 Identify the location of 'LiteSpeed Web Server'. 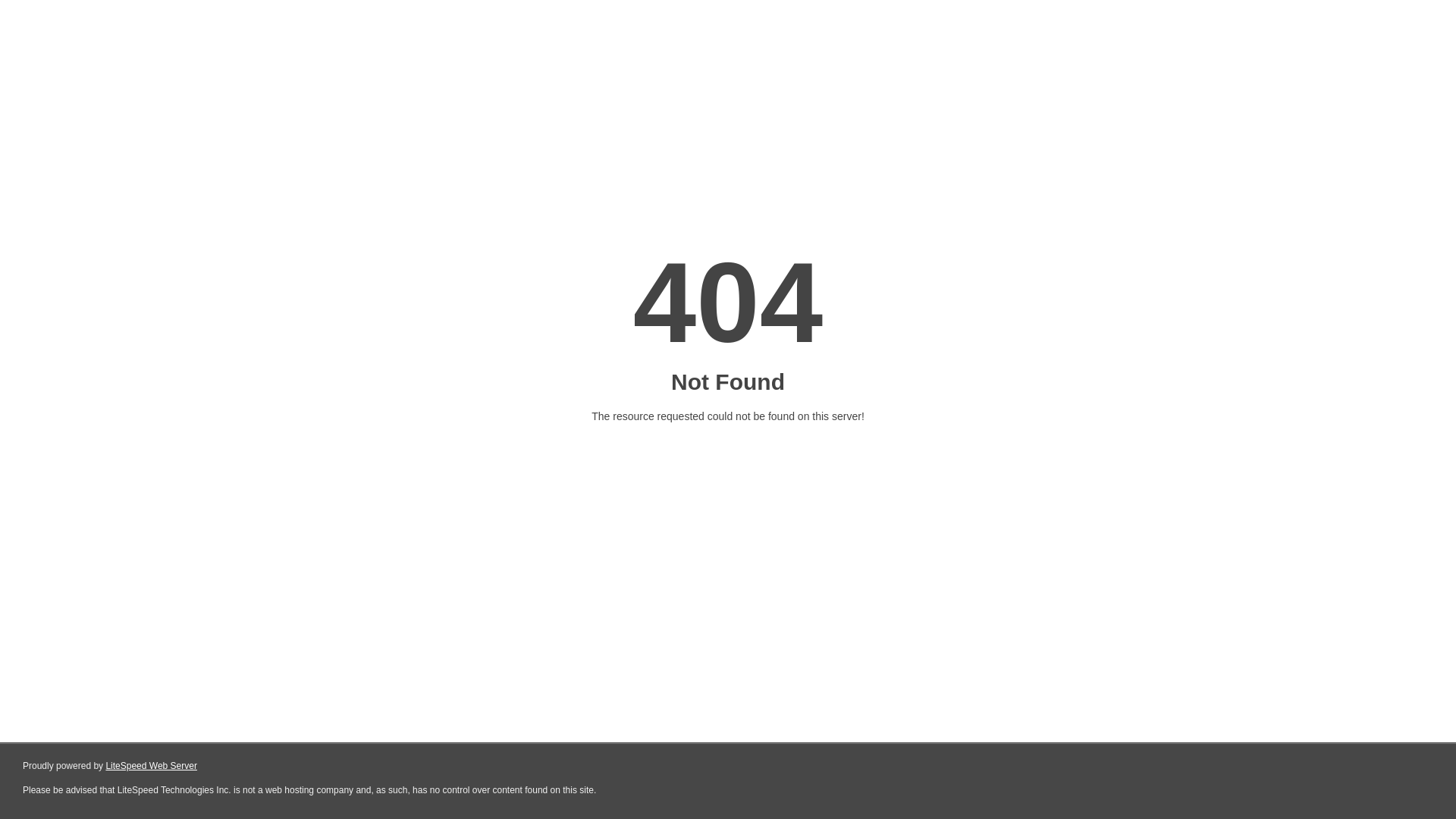
(151, 766).